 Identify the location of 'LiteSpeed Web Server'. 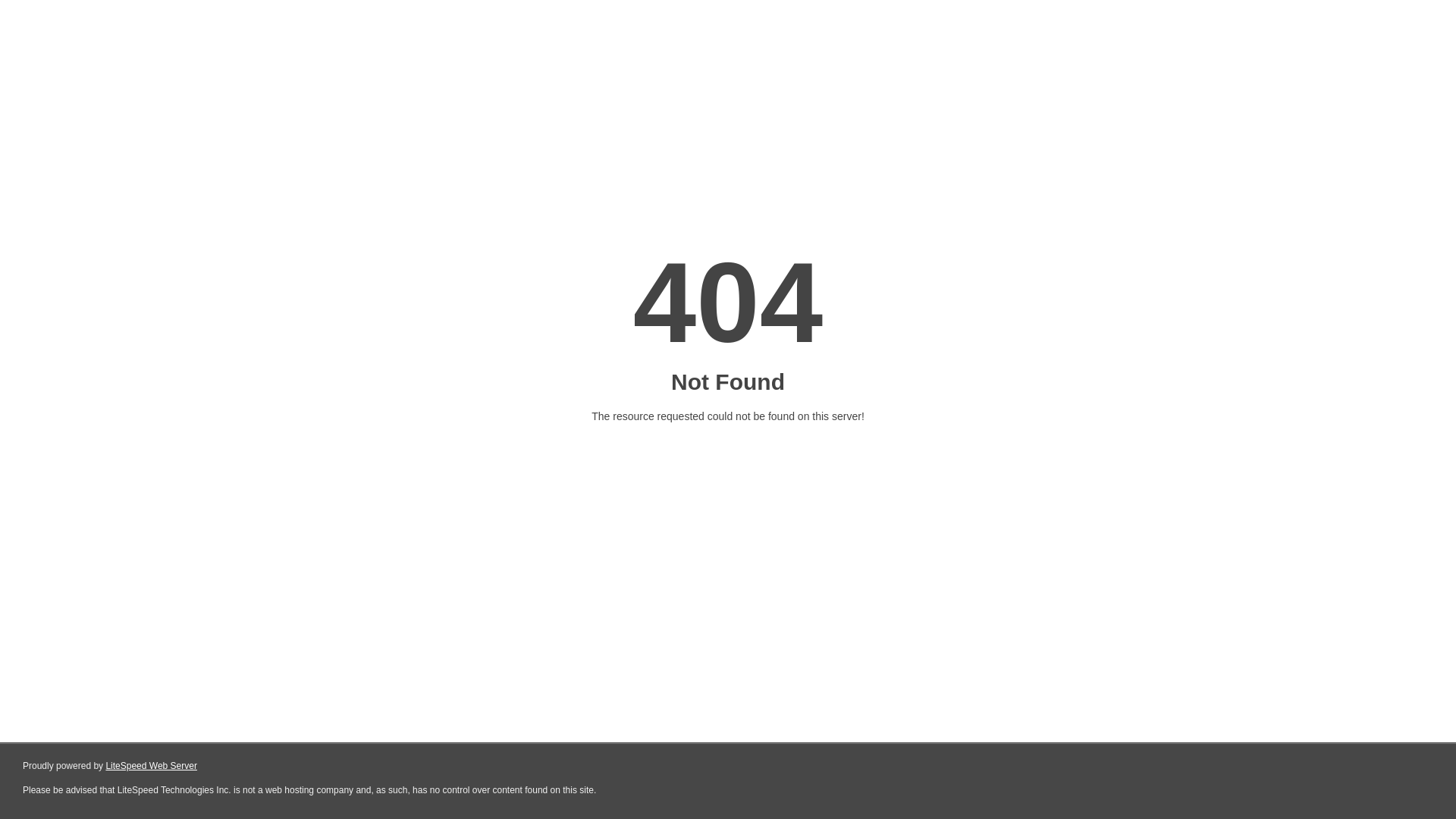
(151, 766).